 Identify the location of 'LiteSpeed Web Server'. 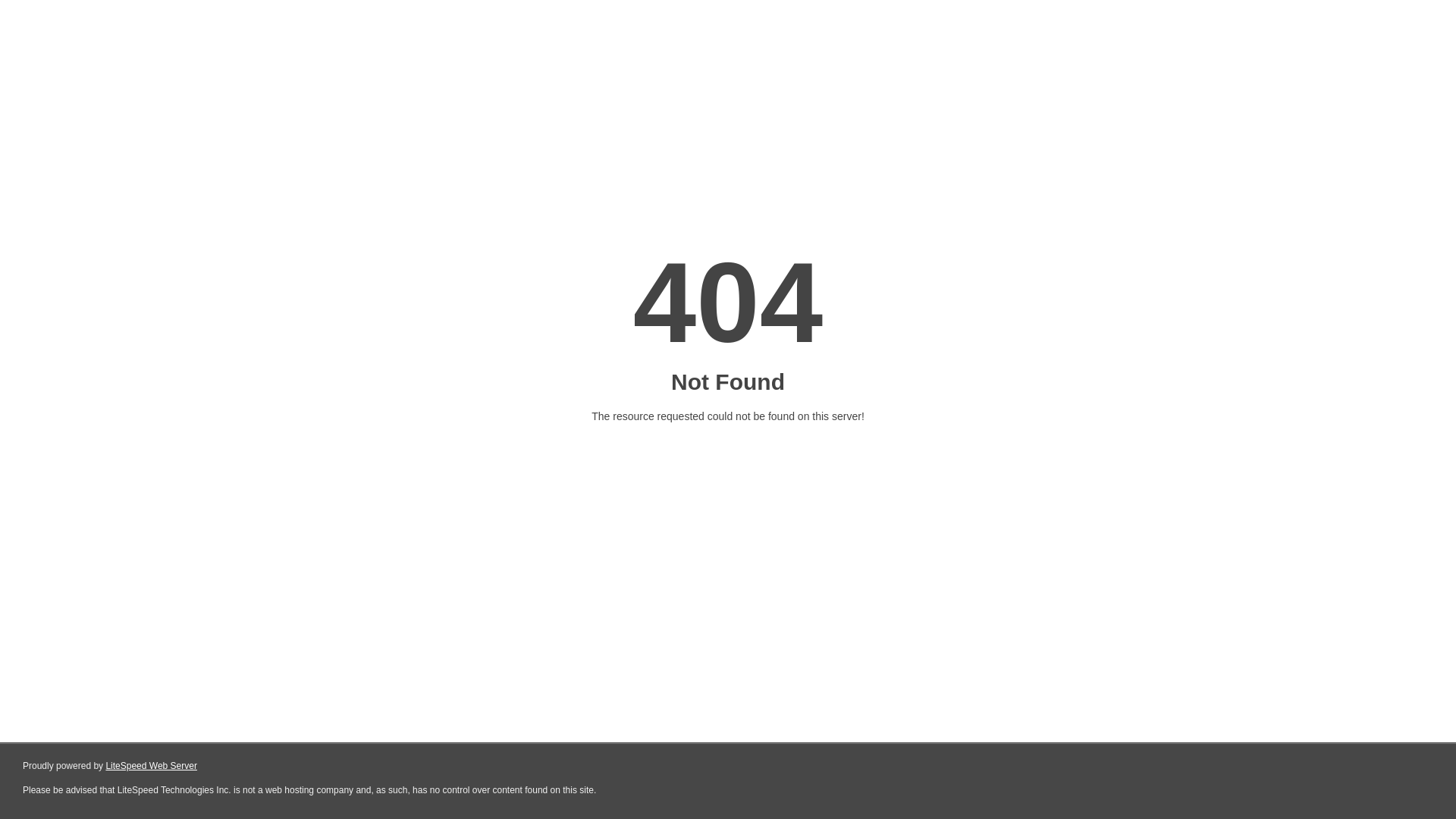
(151, 766).